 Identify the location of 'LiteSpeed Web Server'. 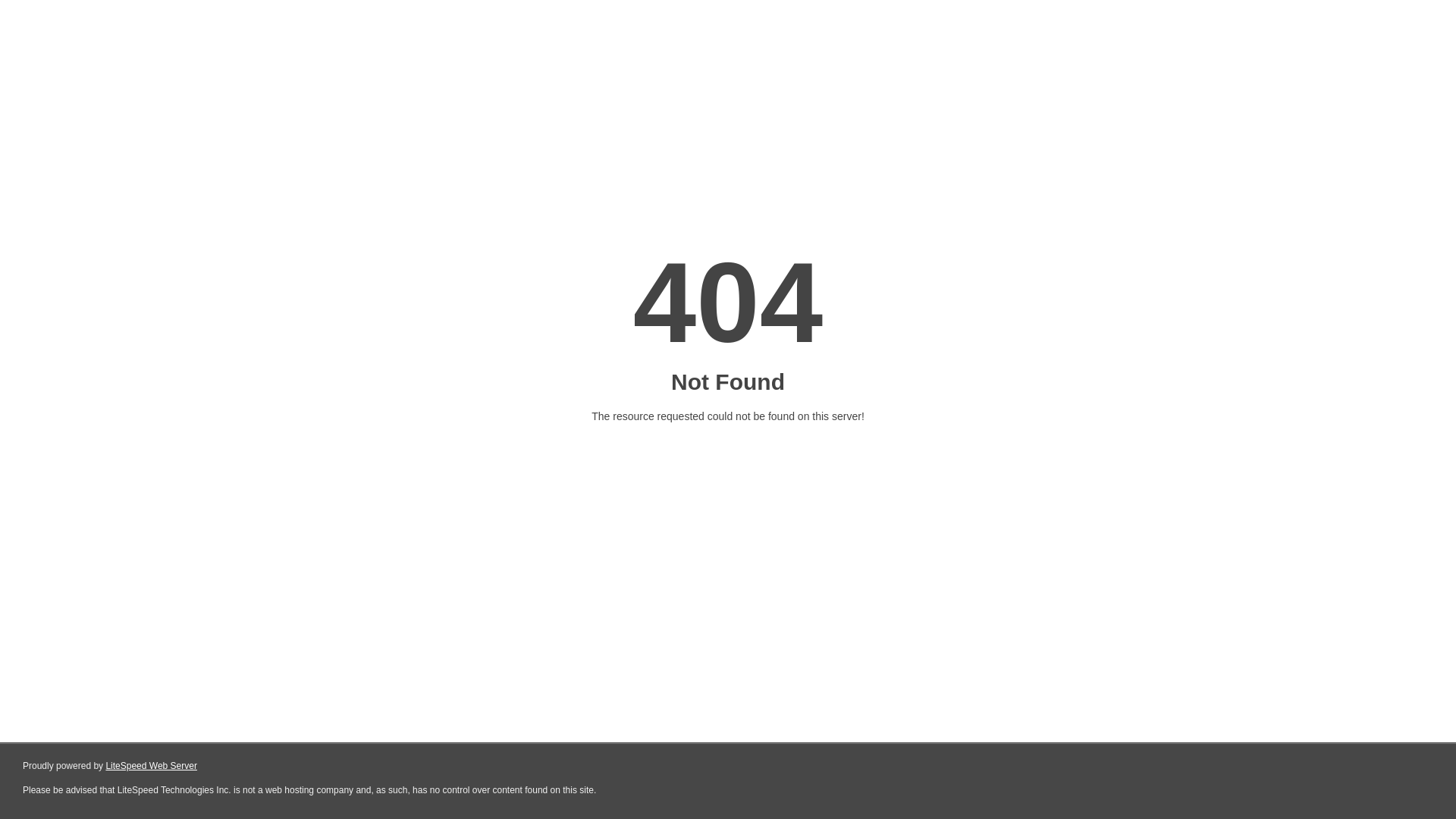
(151, 766).